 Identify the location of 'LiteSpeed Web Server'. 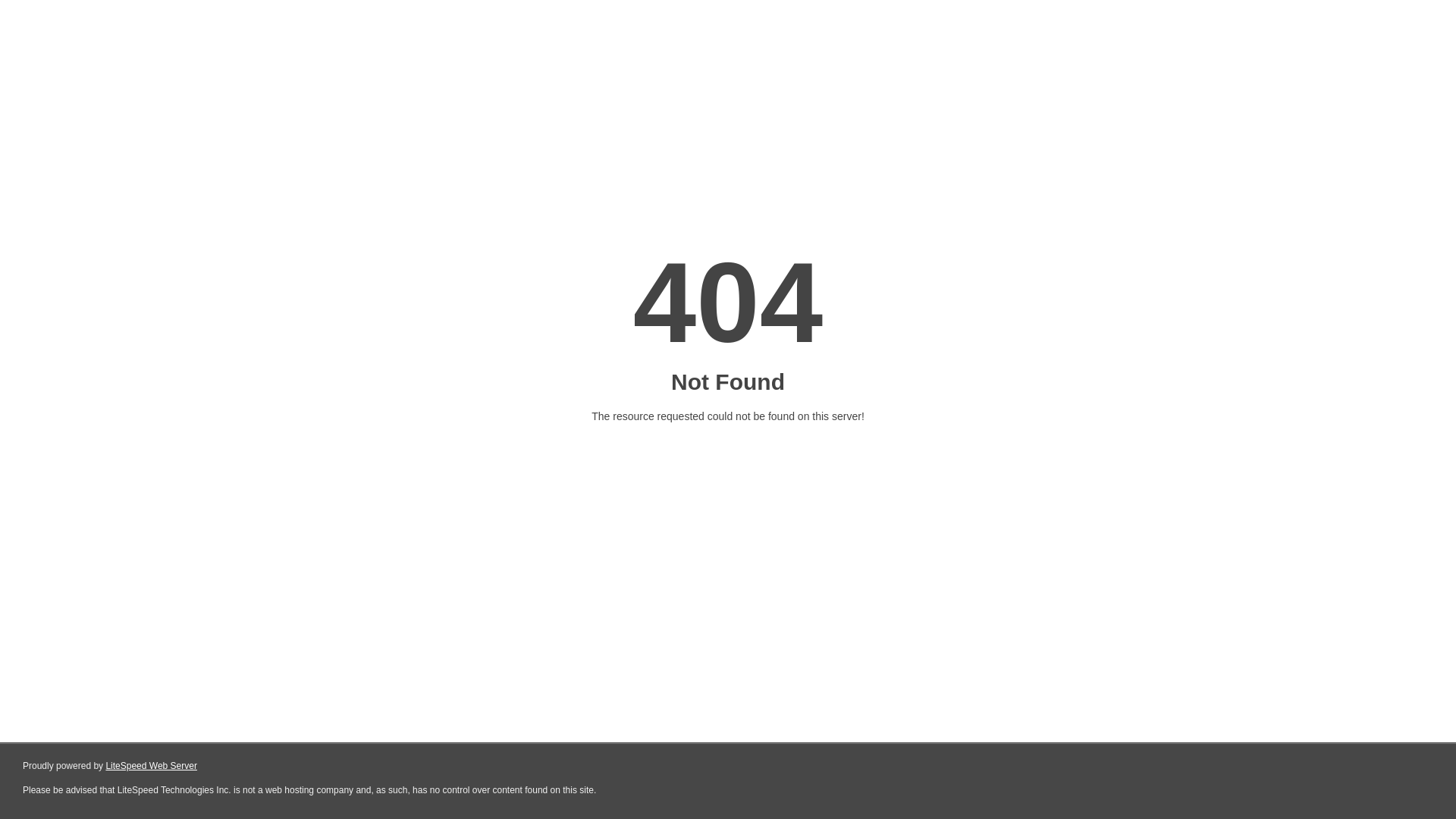
(151, 766).